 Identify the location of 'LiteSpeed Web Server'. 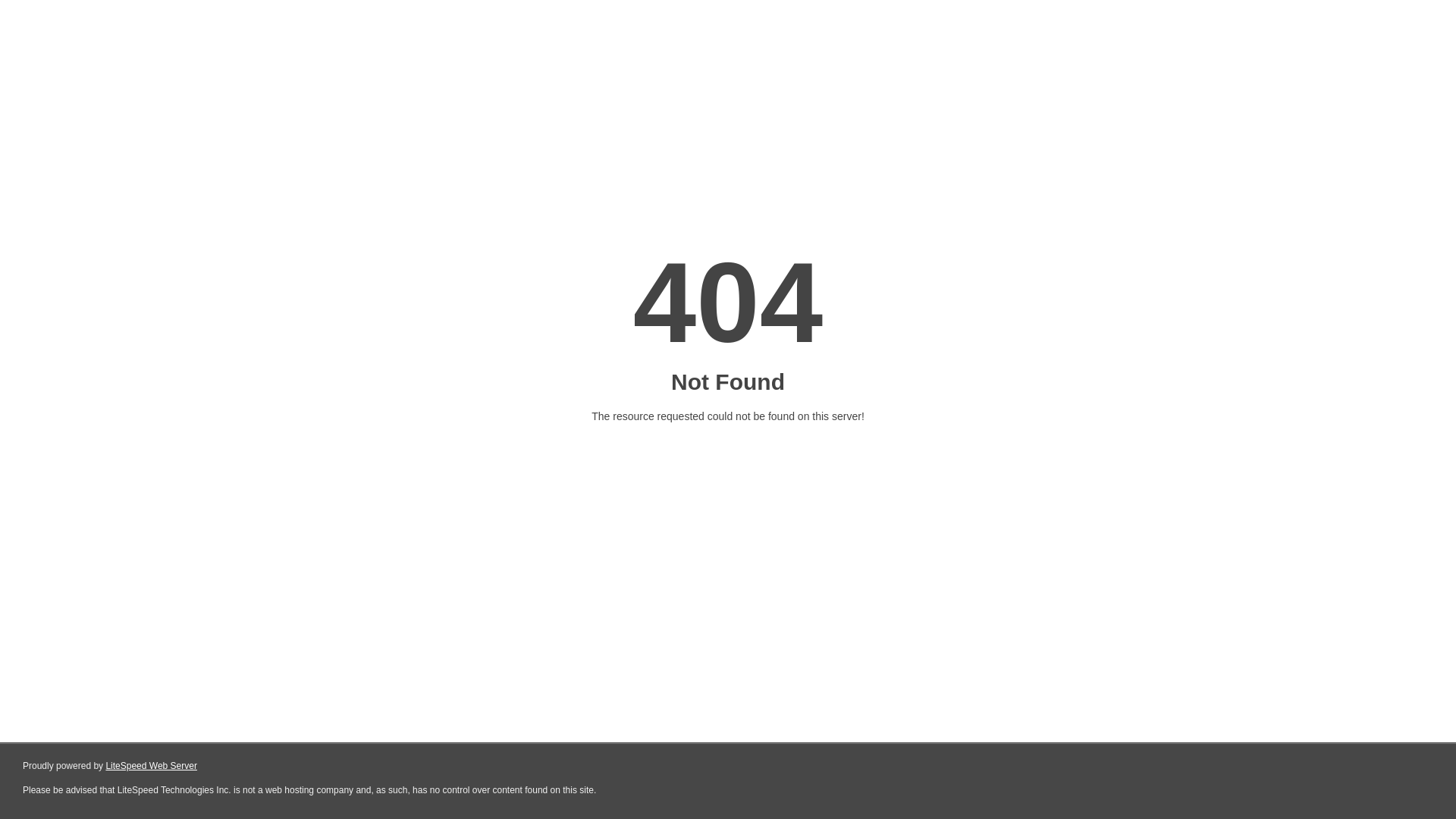
(151, 766).